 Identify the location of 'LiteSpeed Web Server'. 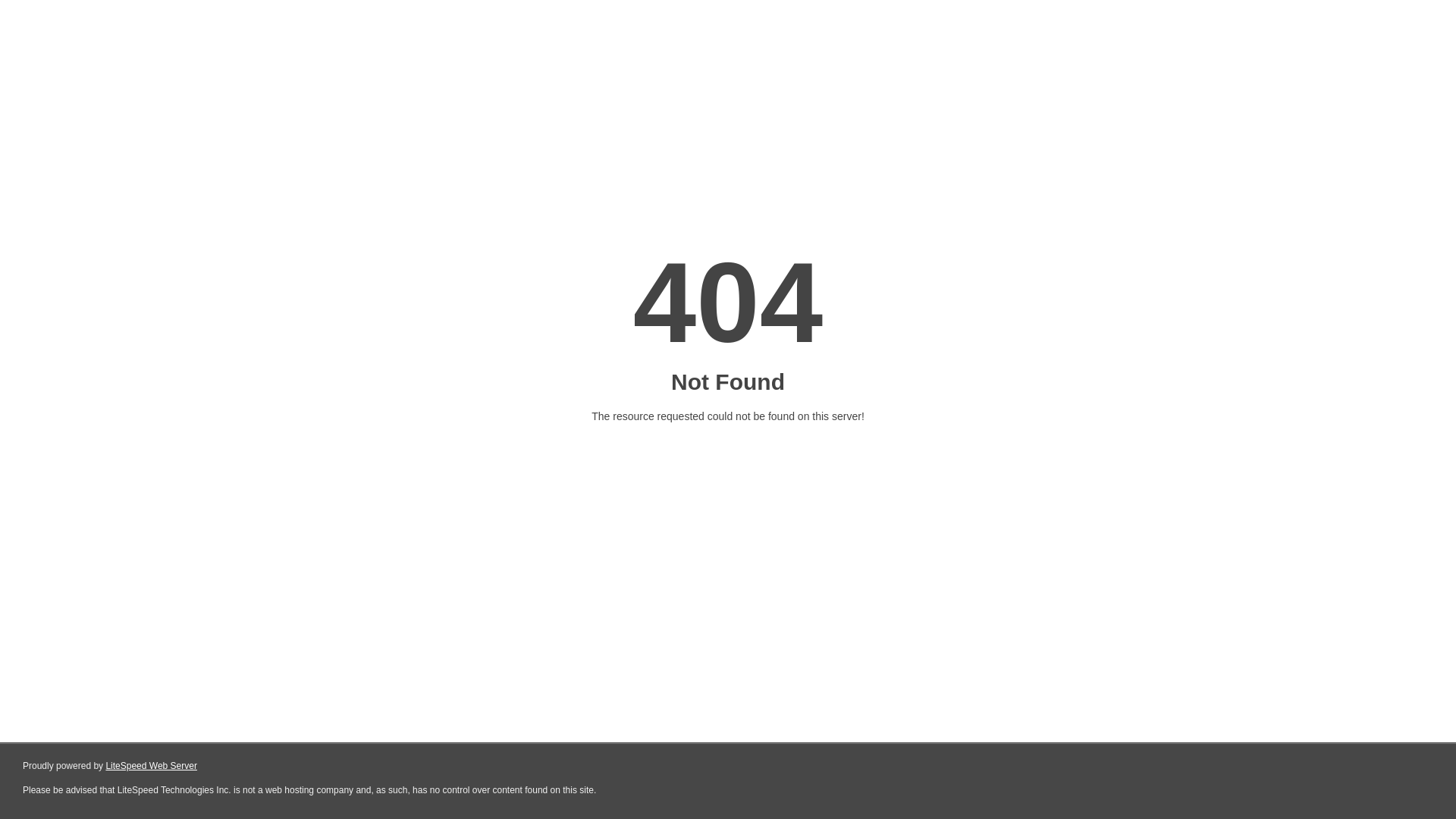
(151, 766).